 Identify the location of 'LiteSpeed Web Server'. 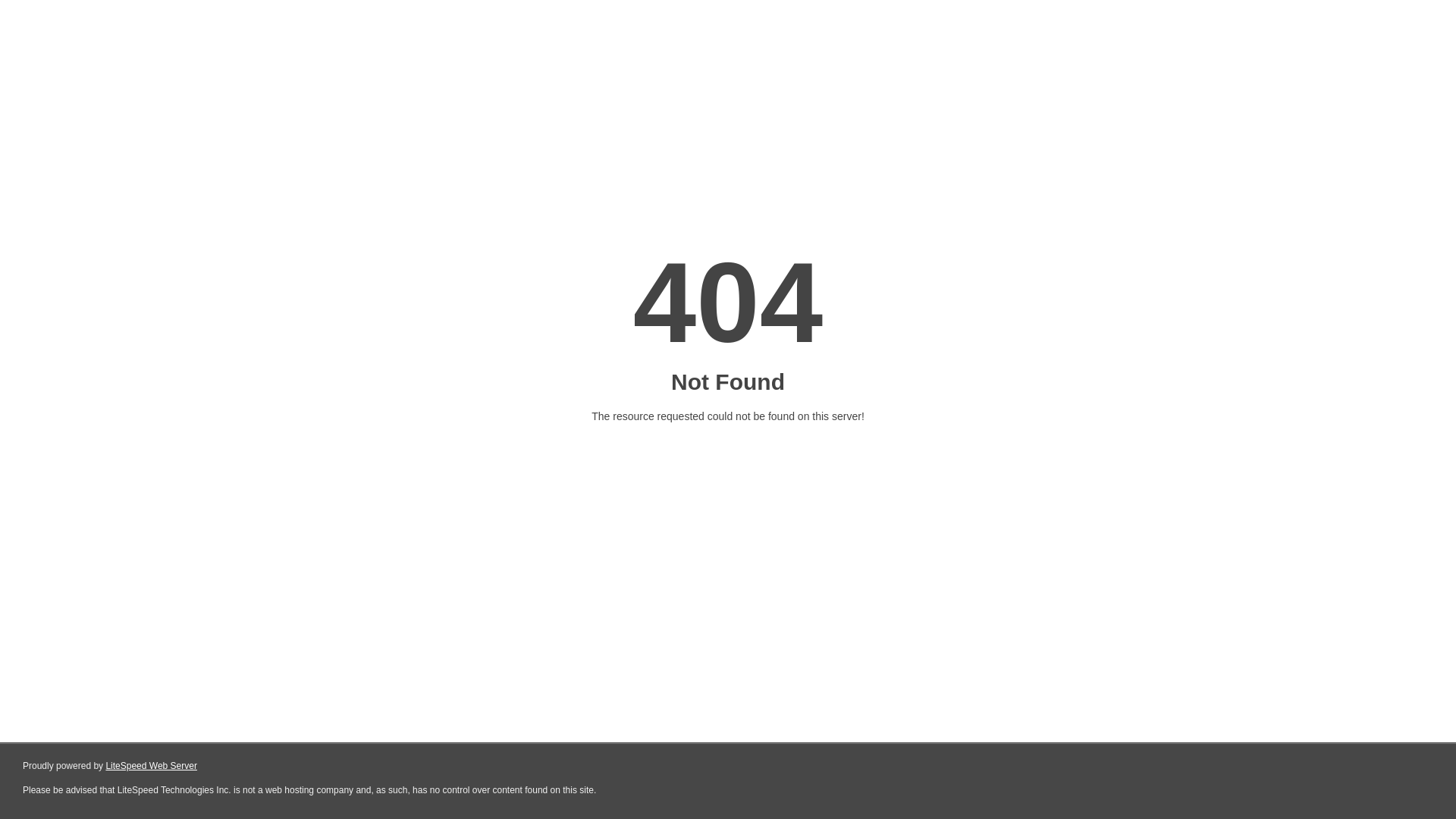
(151, 766).